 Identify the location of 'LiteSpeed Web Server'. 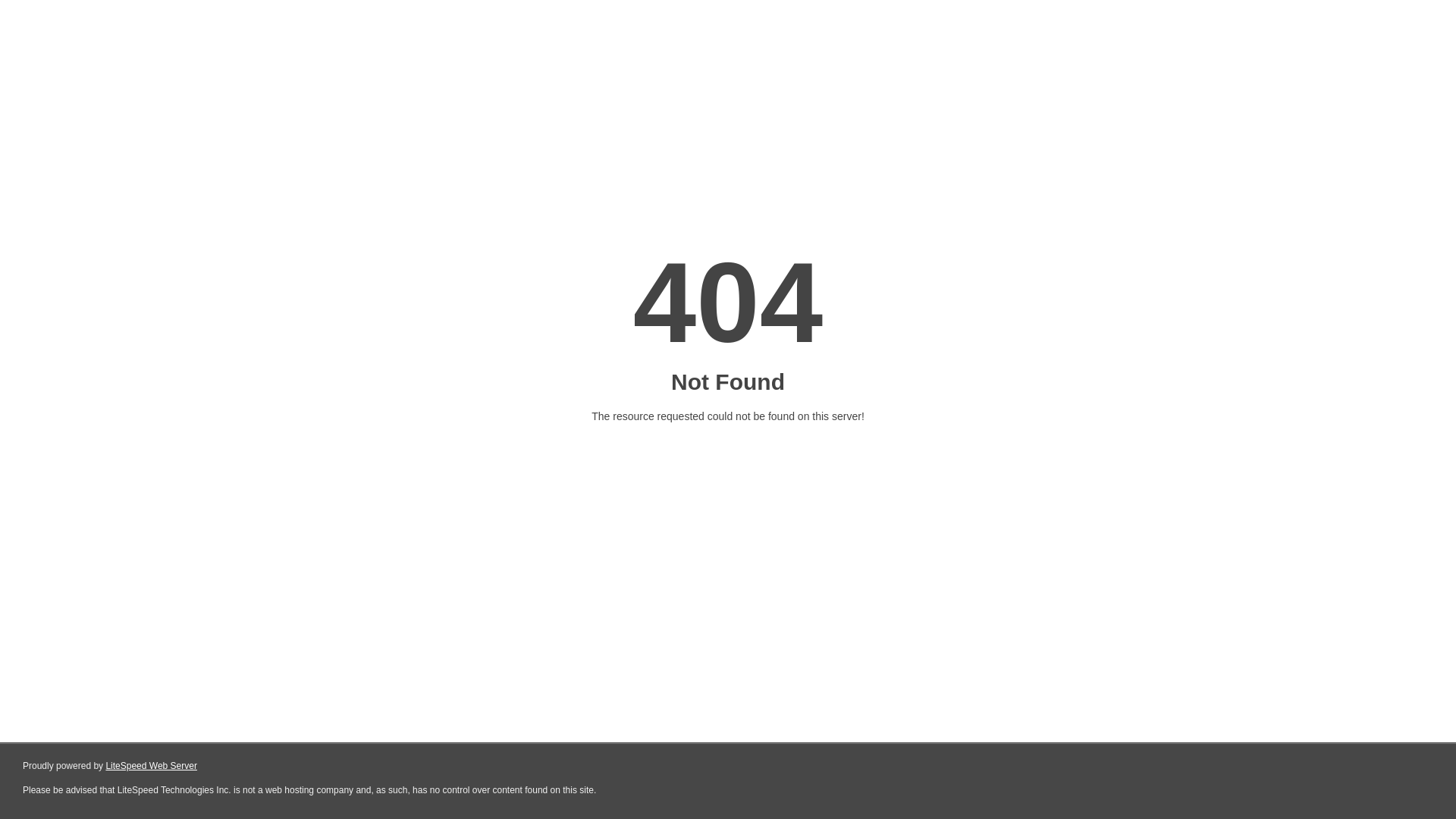
(151, 766).